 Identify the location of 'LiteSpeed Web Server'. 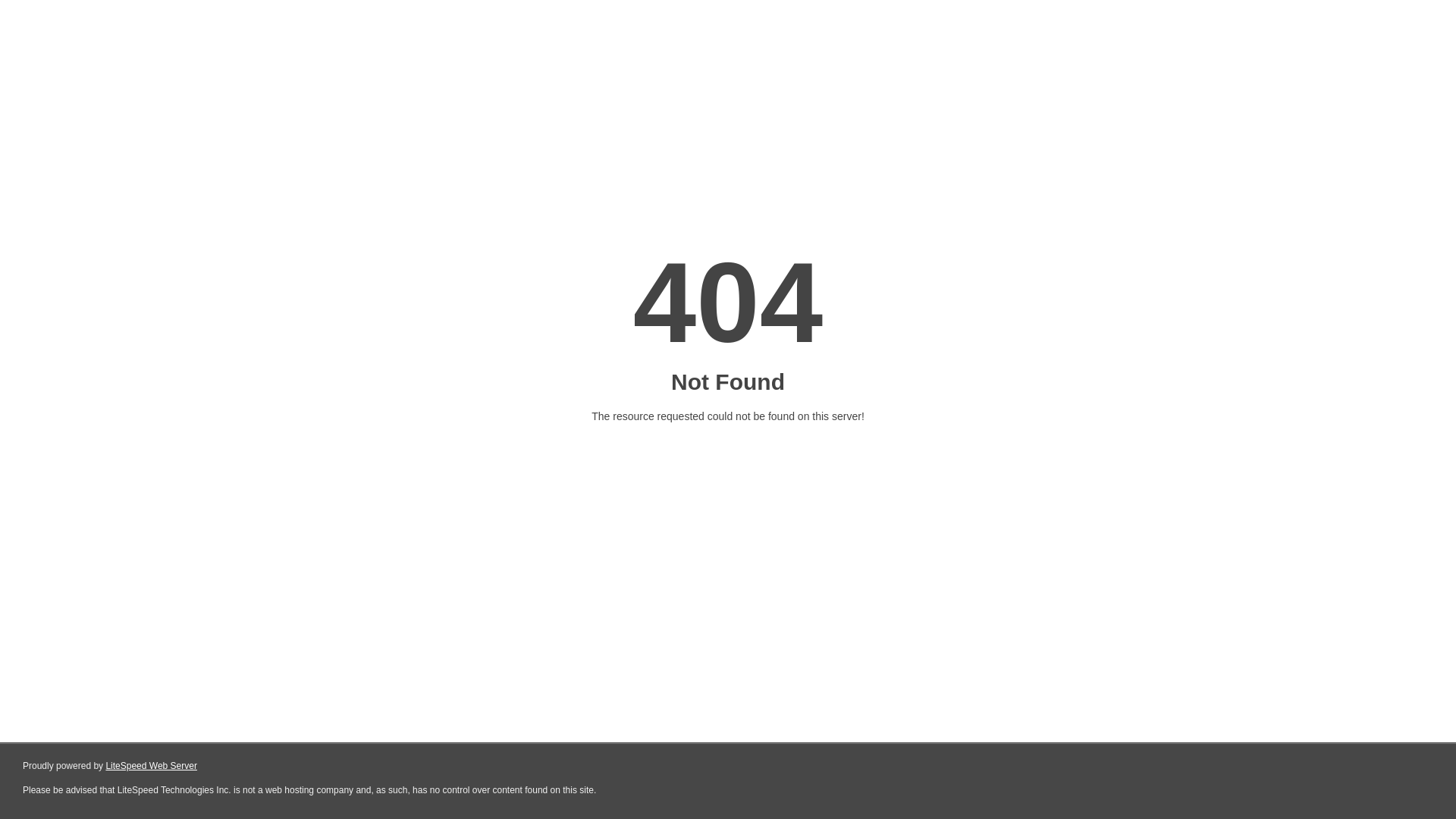
(151, 766).